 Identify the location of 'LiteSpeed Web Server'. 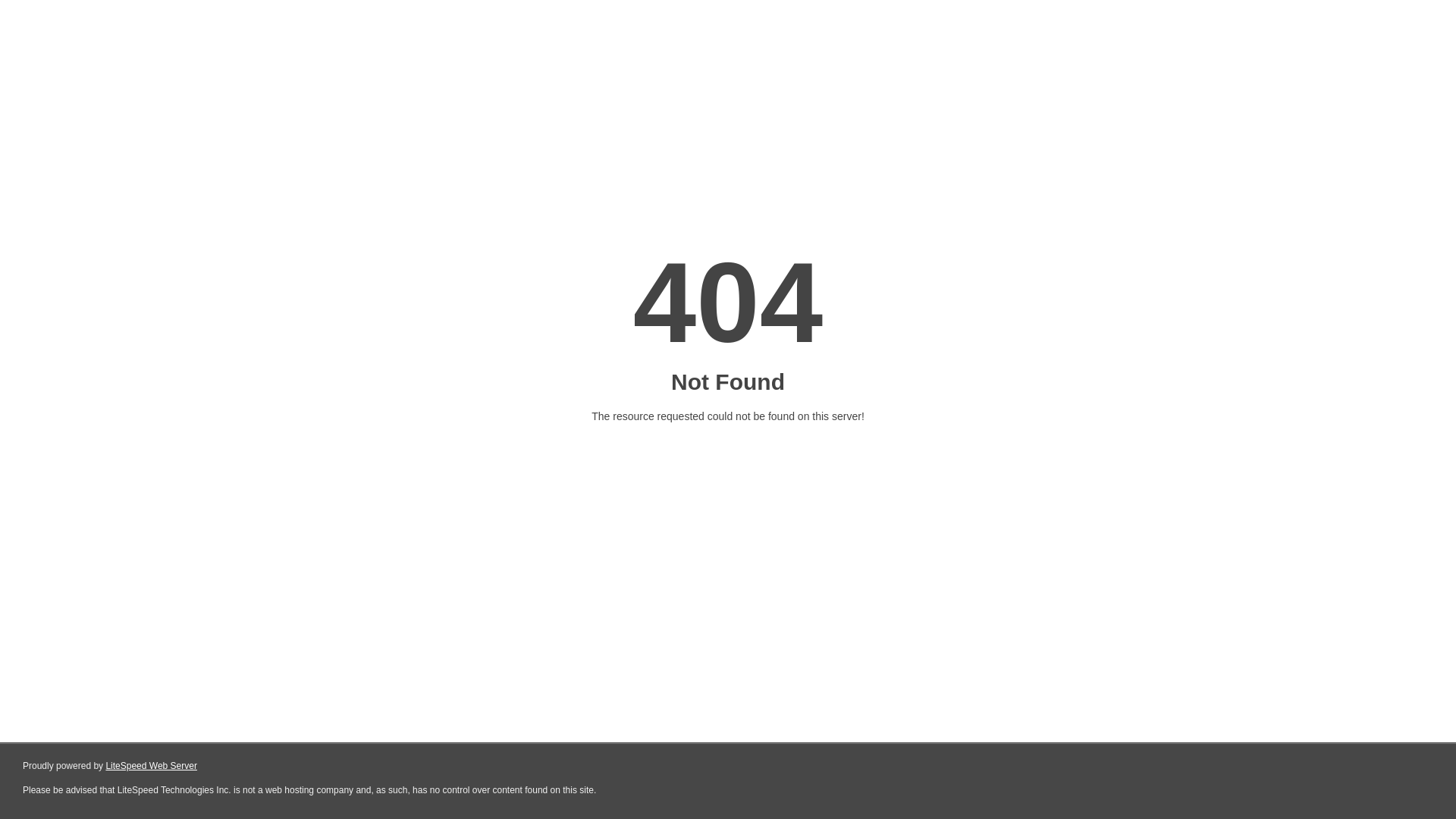
(151, 766).